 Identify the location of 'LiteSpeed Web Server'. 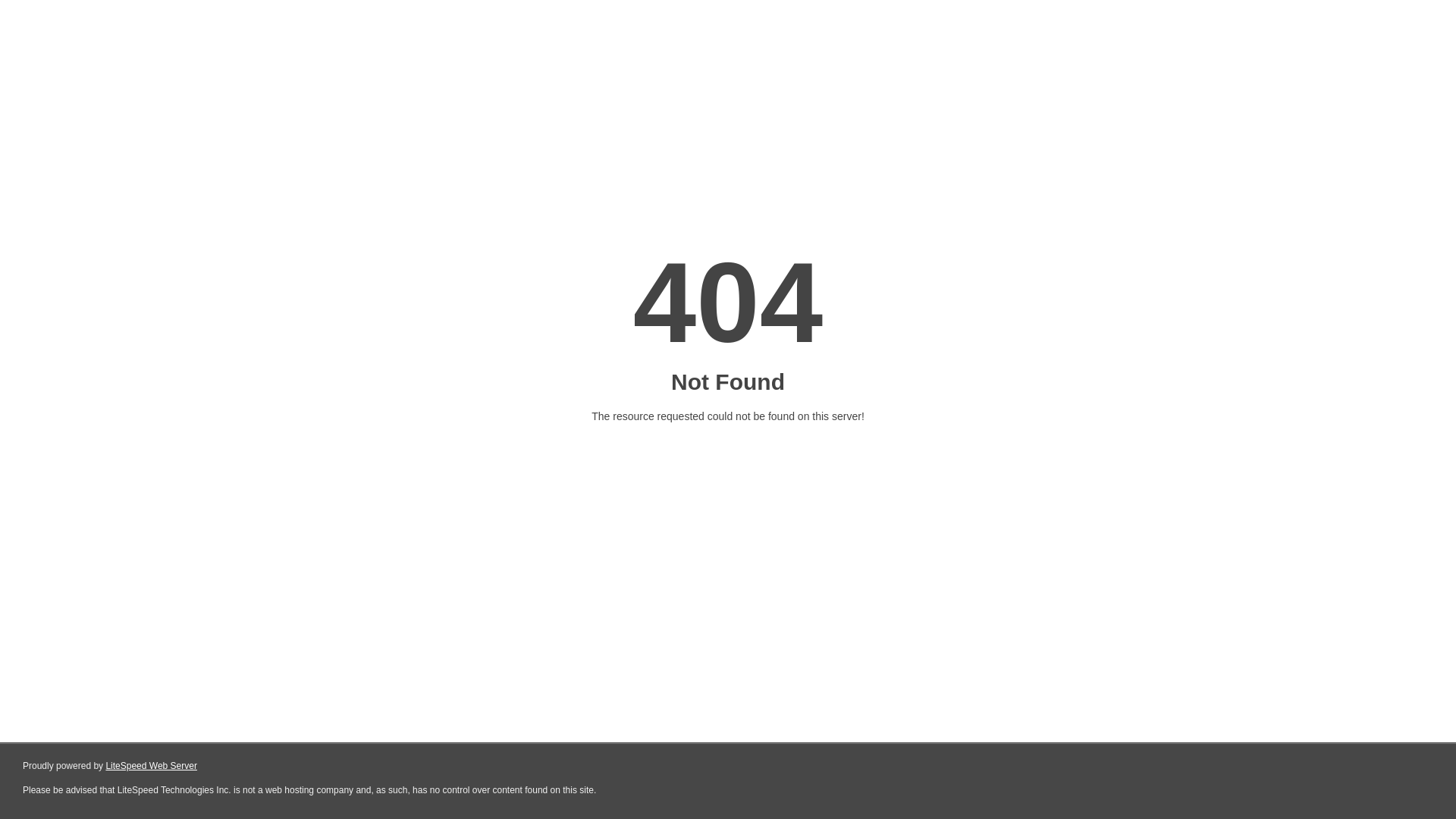
(151, 766).